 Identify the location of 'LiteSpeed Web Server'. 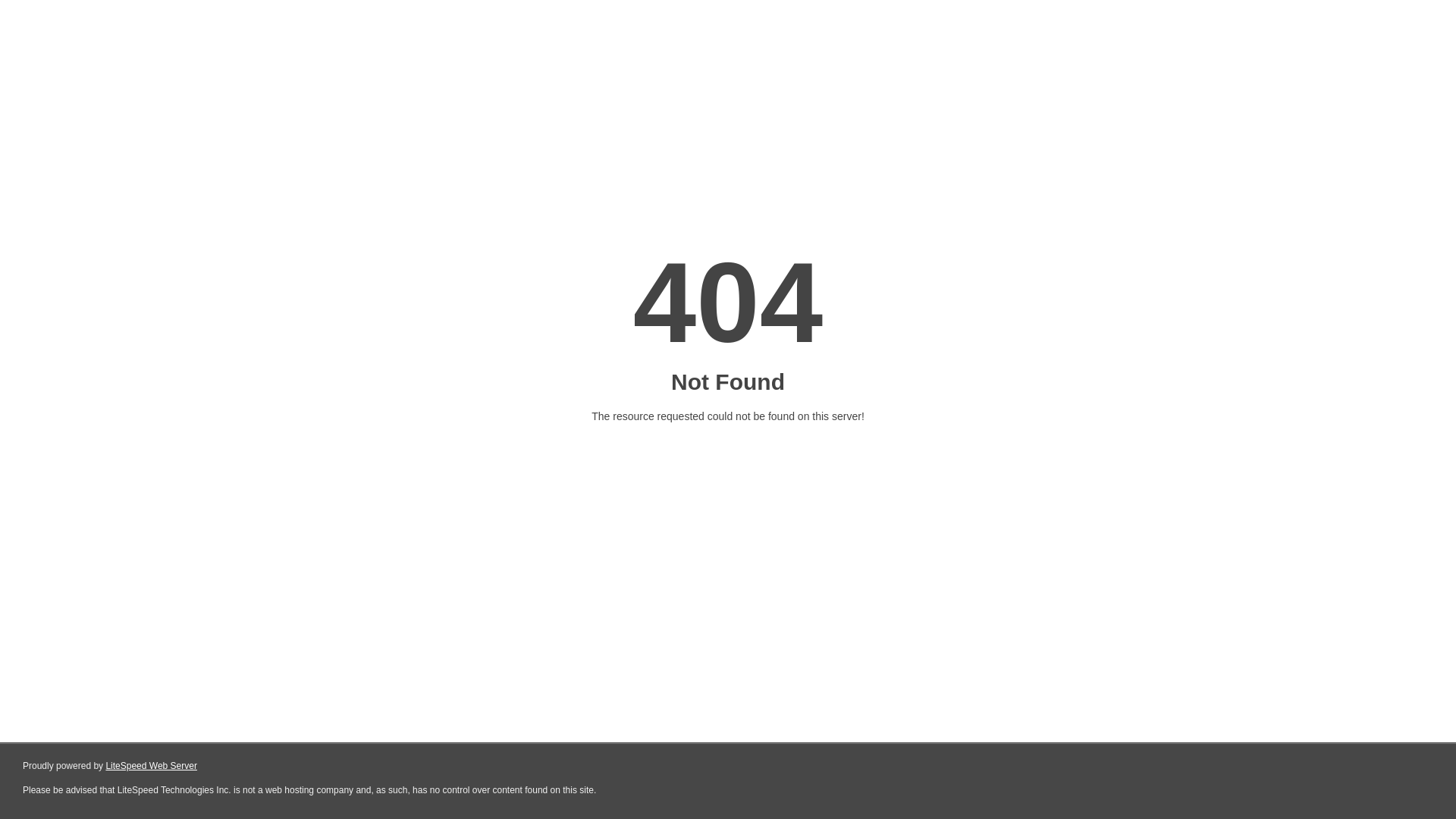
(151, 766).